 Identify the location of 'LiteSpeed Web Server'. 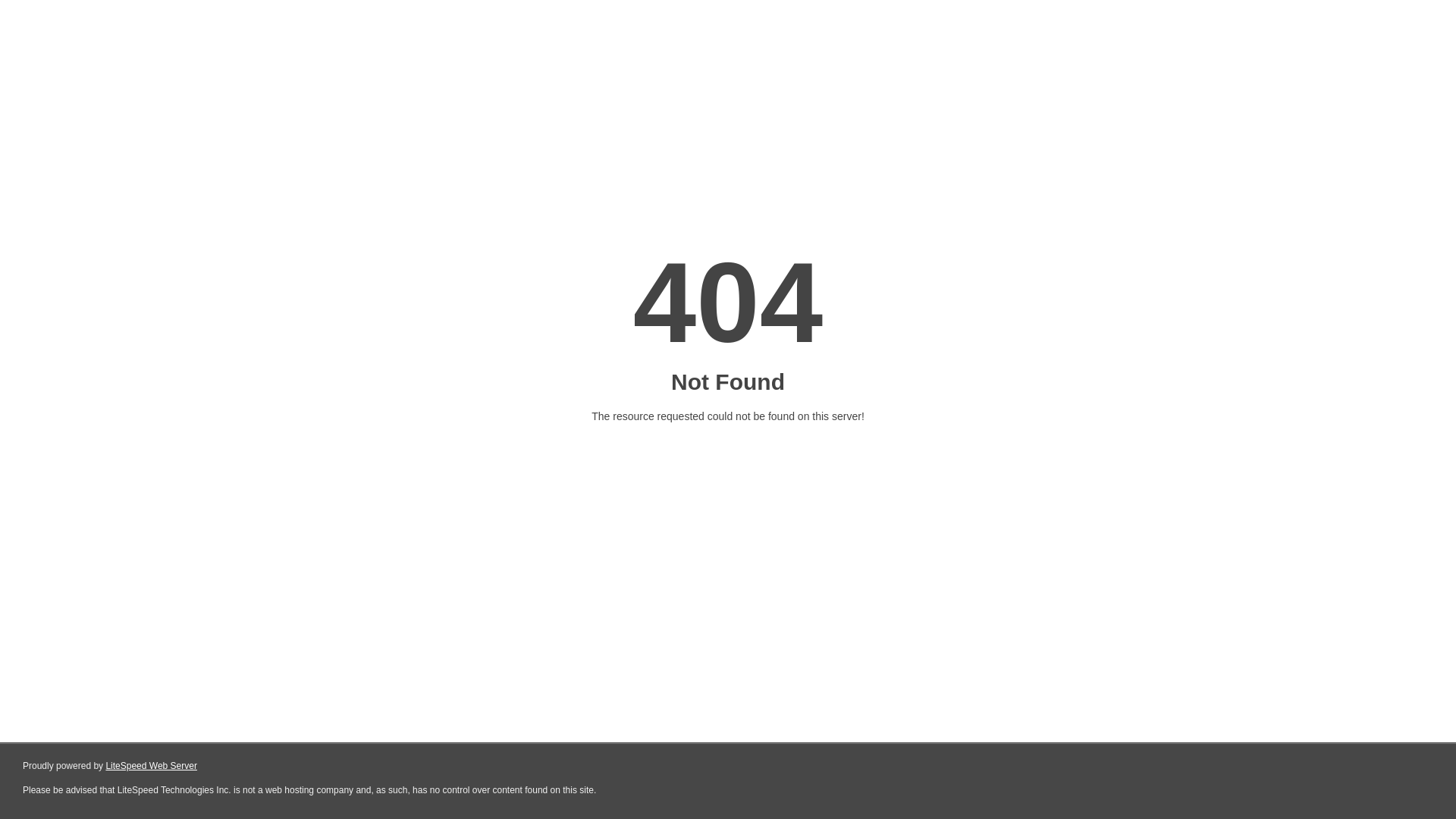
(151, 766).